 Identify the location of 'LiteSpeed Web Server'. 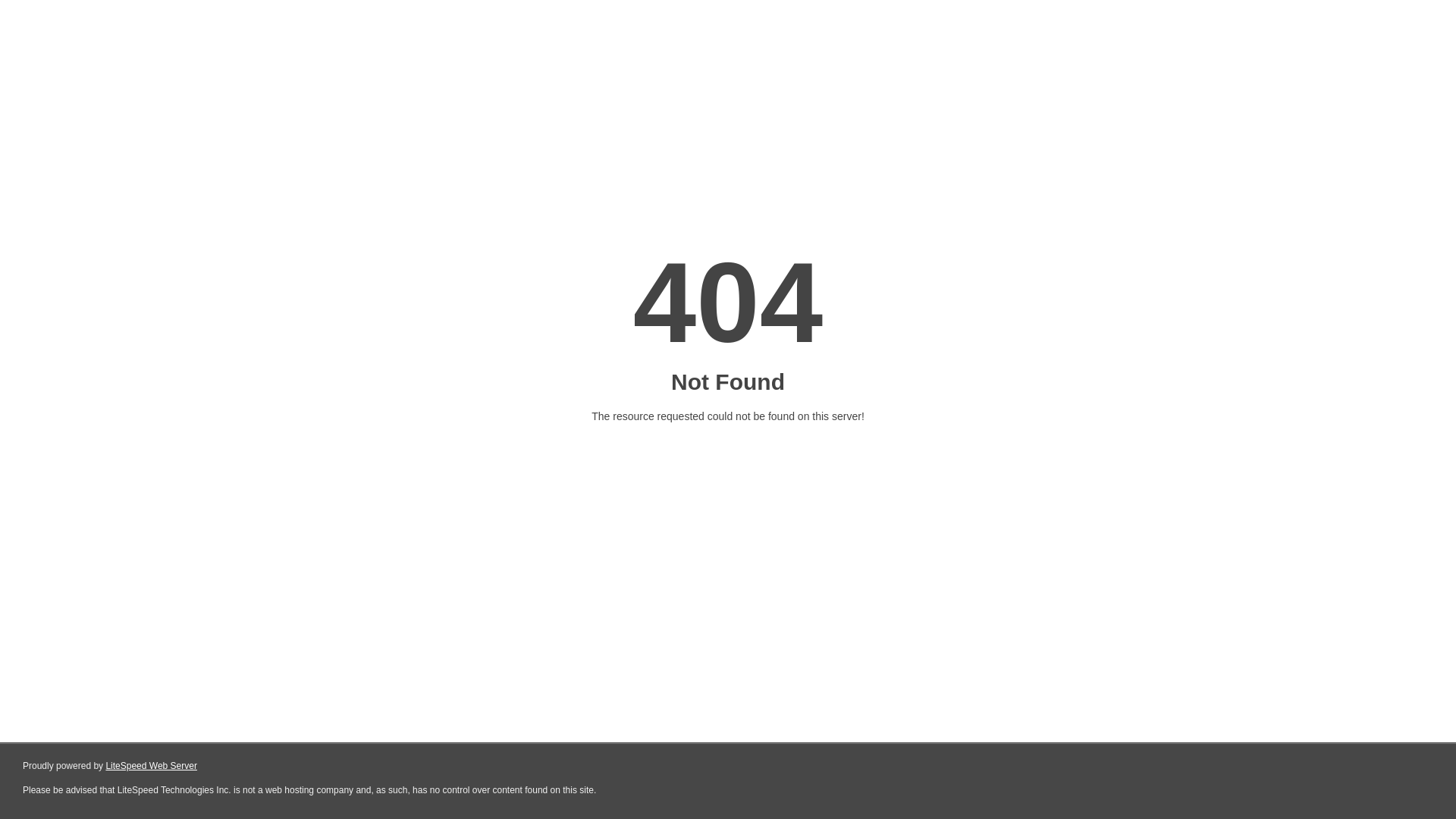
(151, 766).